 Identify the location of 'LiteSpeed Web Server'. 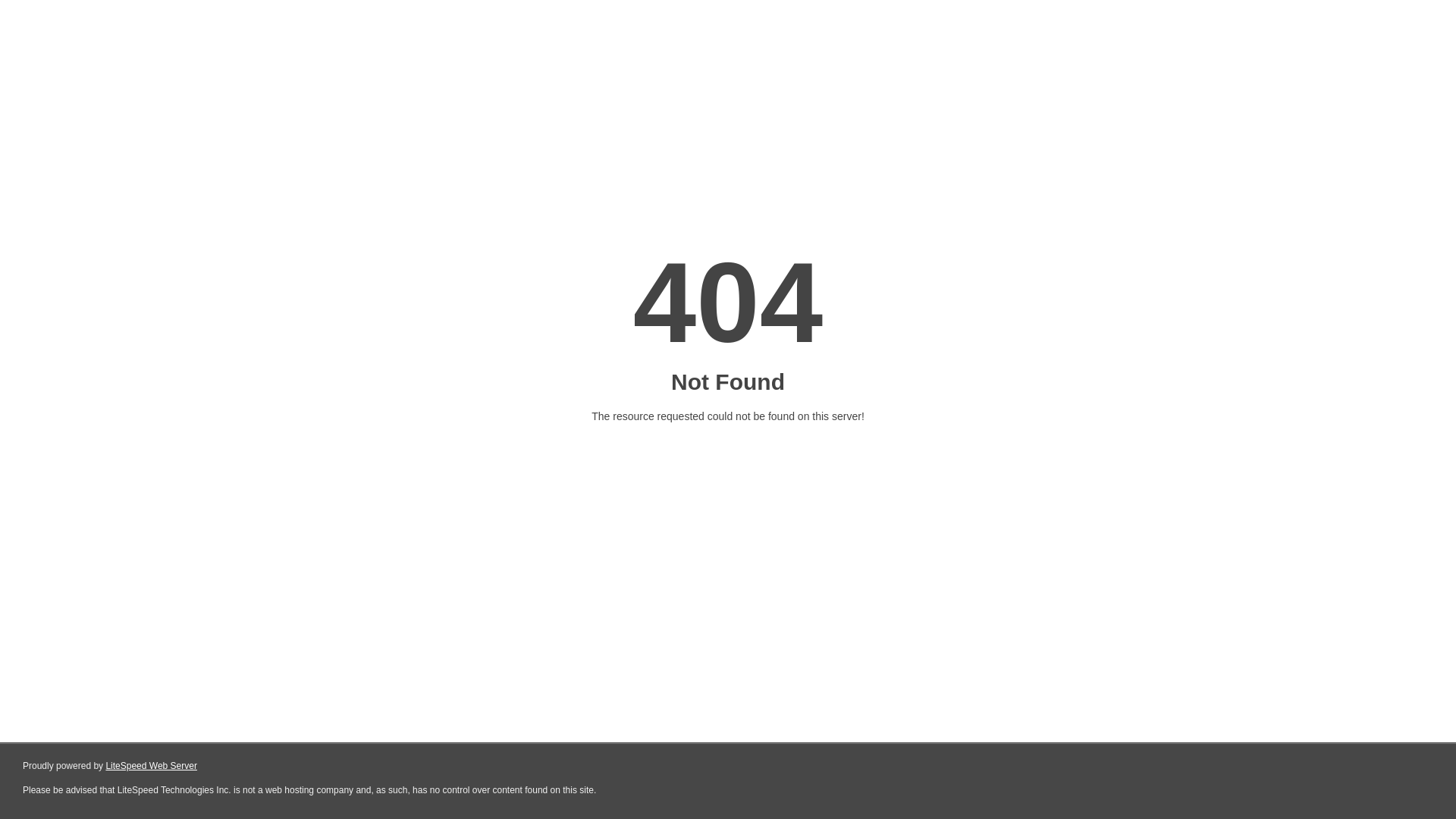
(151, 766).